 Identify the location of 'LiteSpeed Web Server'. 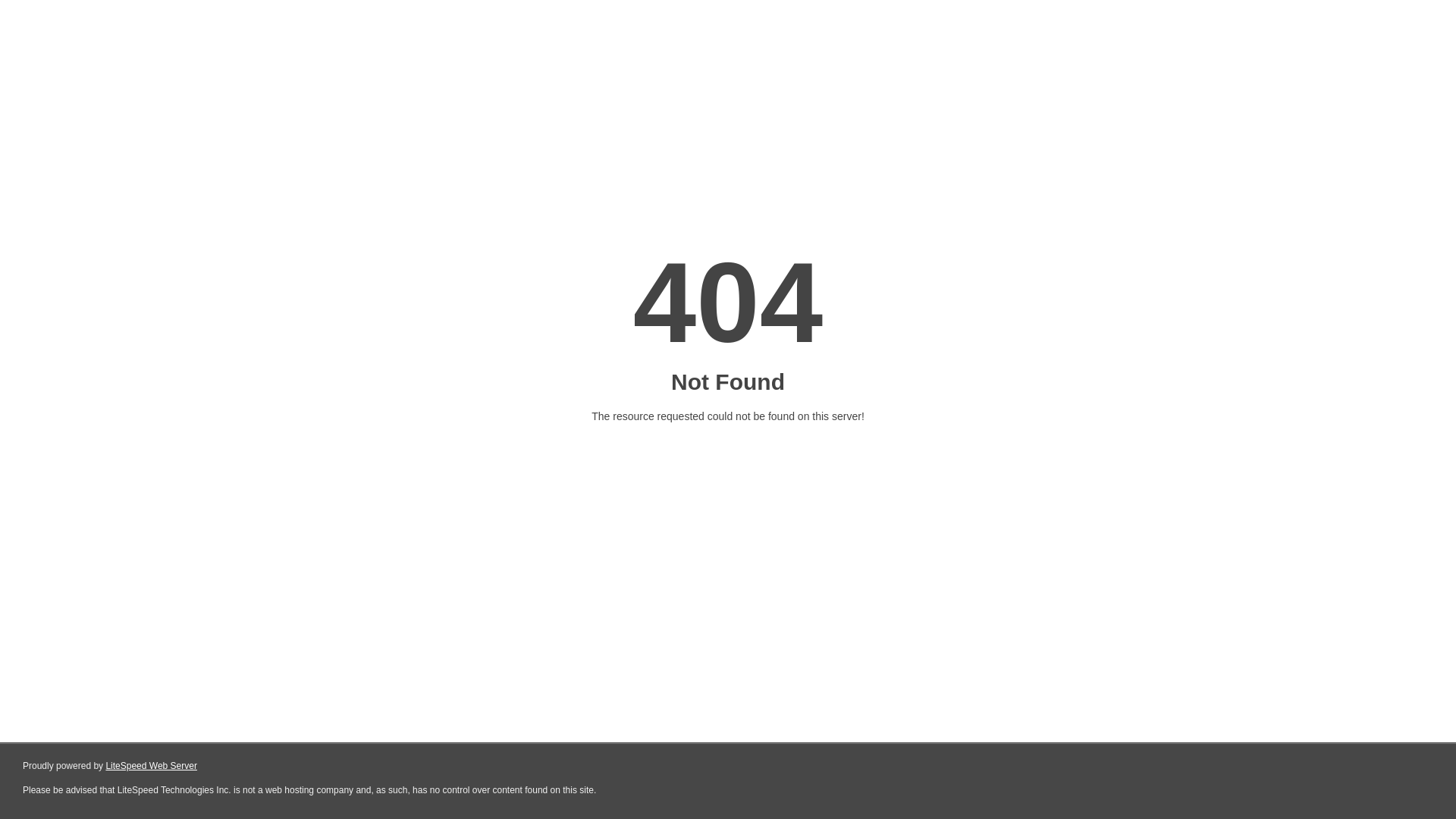
(151, 766).